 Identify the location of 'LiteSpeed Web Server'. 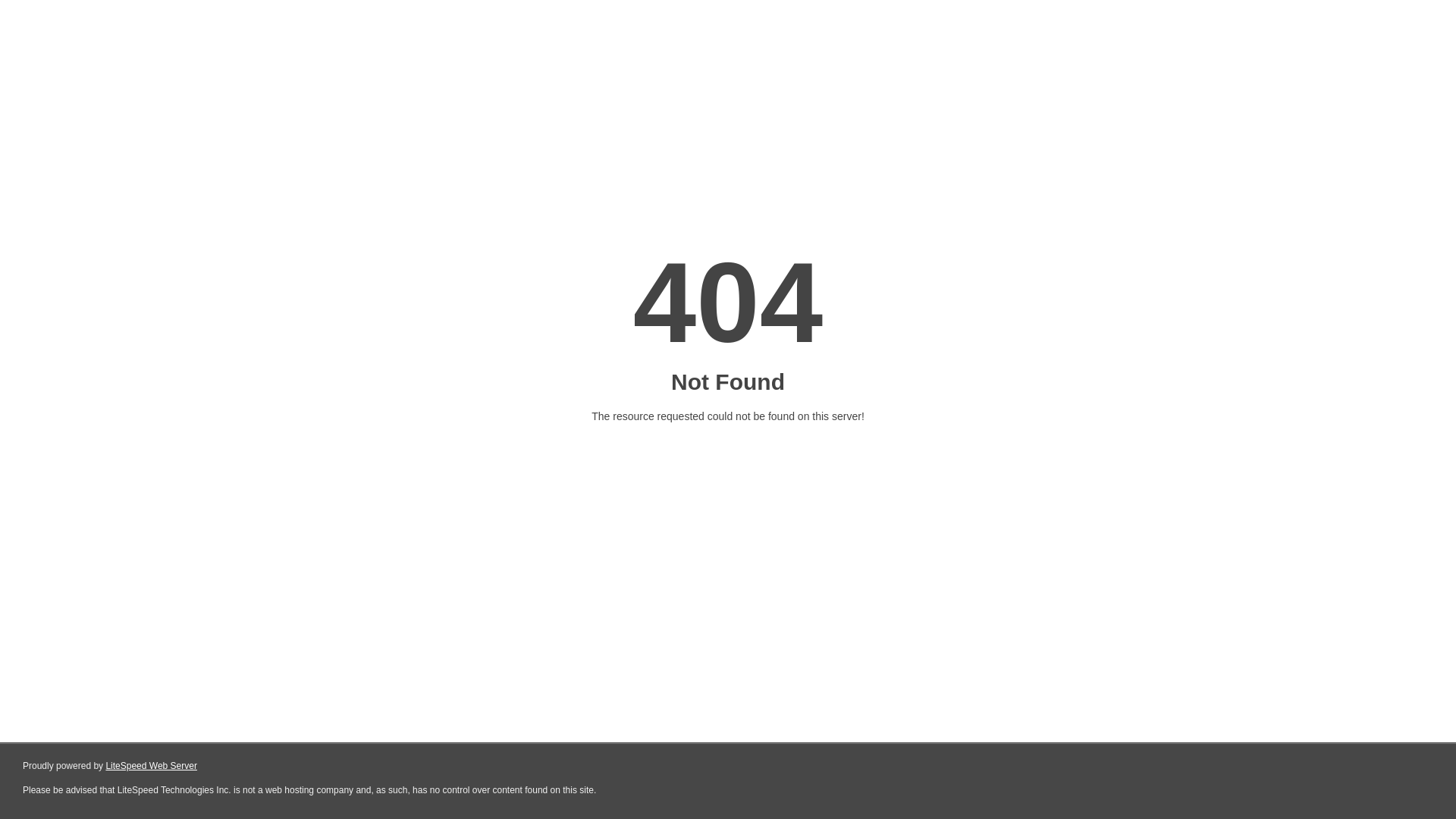
(151, 766).